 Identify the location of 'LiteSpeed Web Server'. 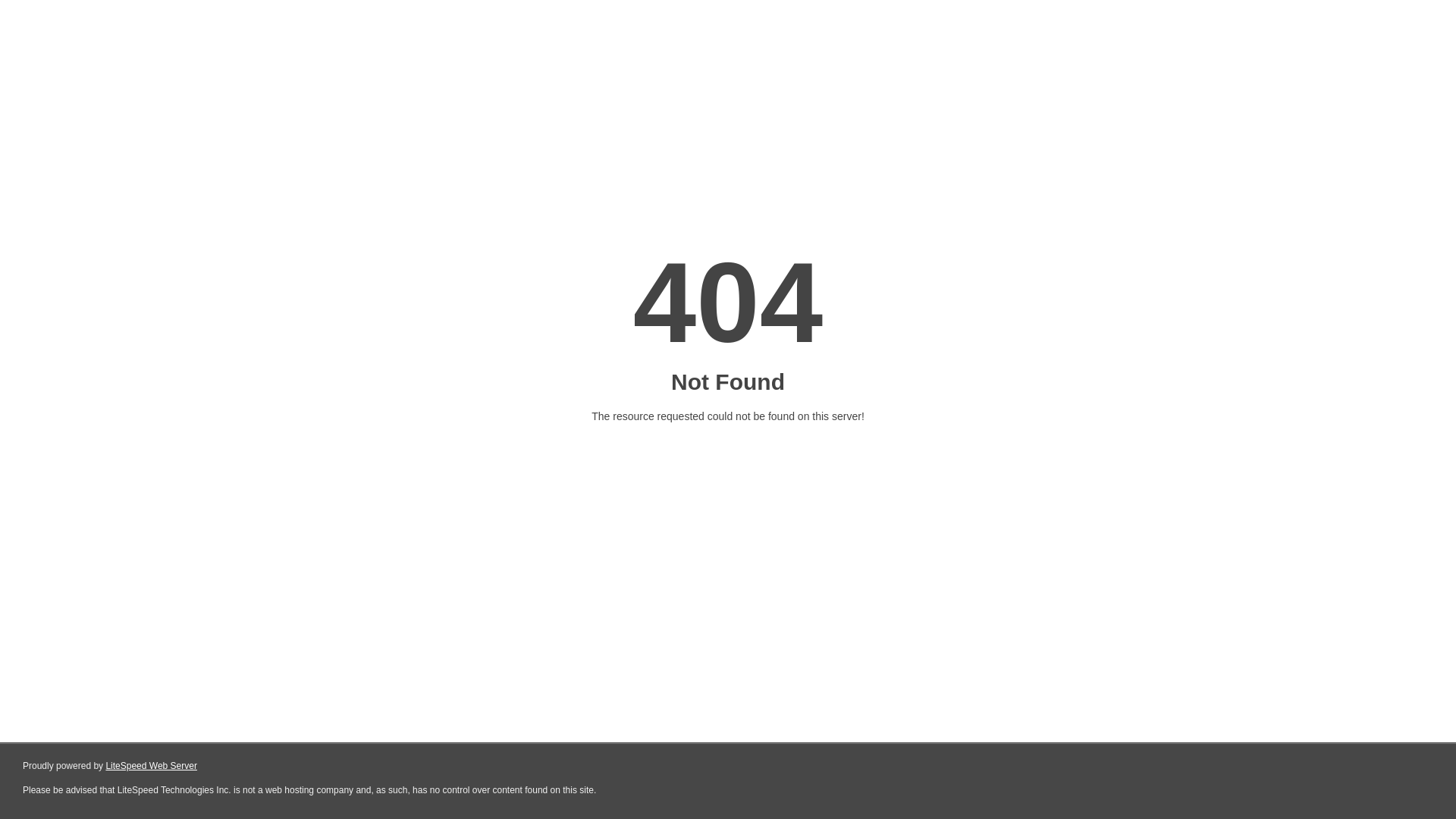
(151, 766).